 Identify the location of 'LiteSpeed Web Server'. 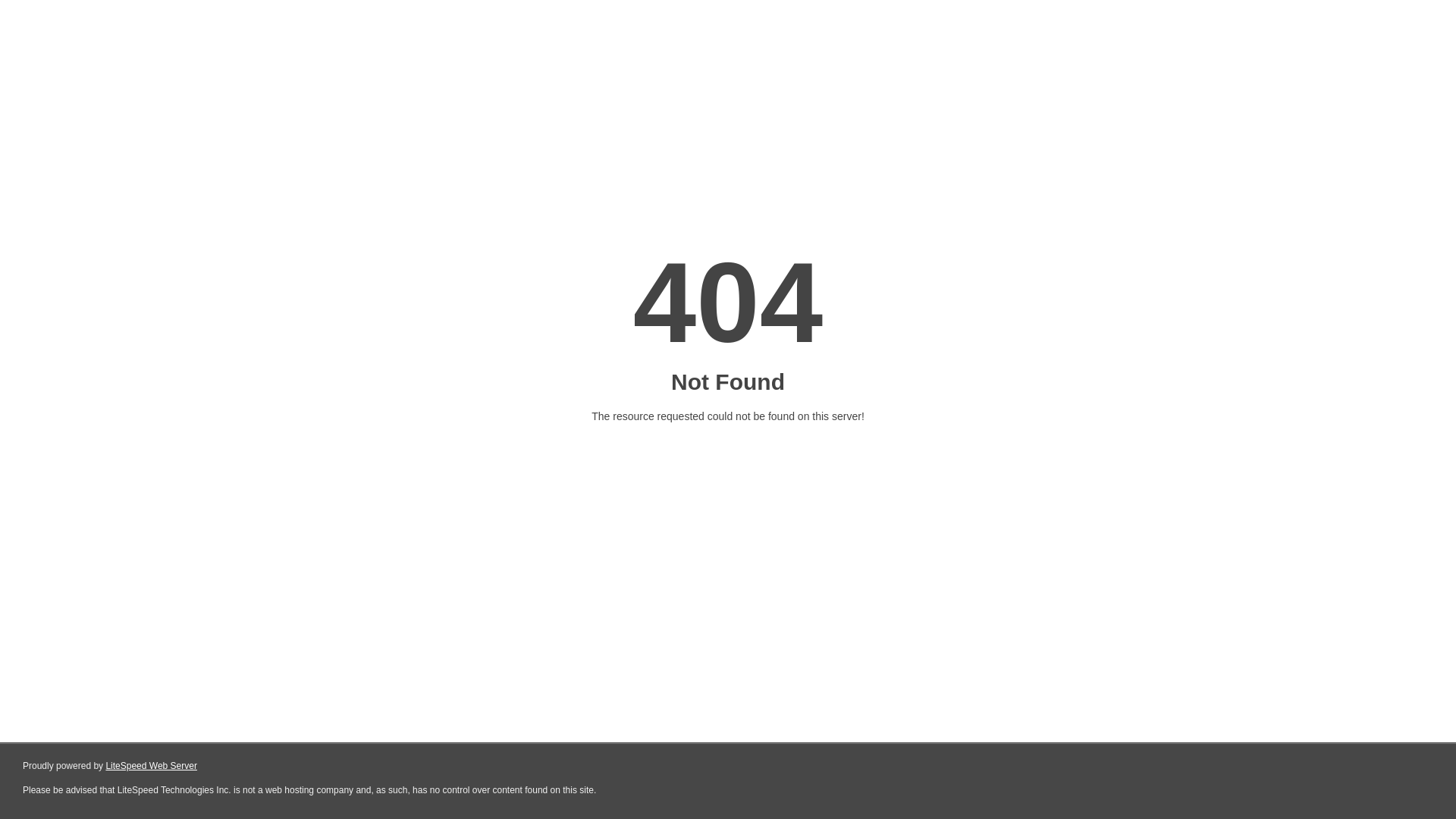
(151, 766).